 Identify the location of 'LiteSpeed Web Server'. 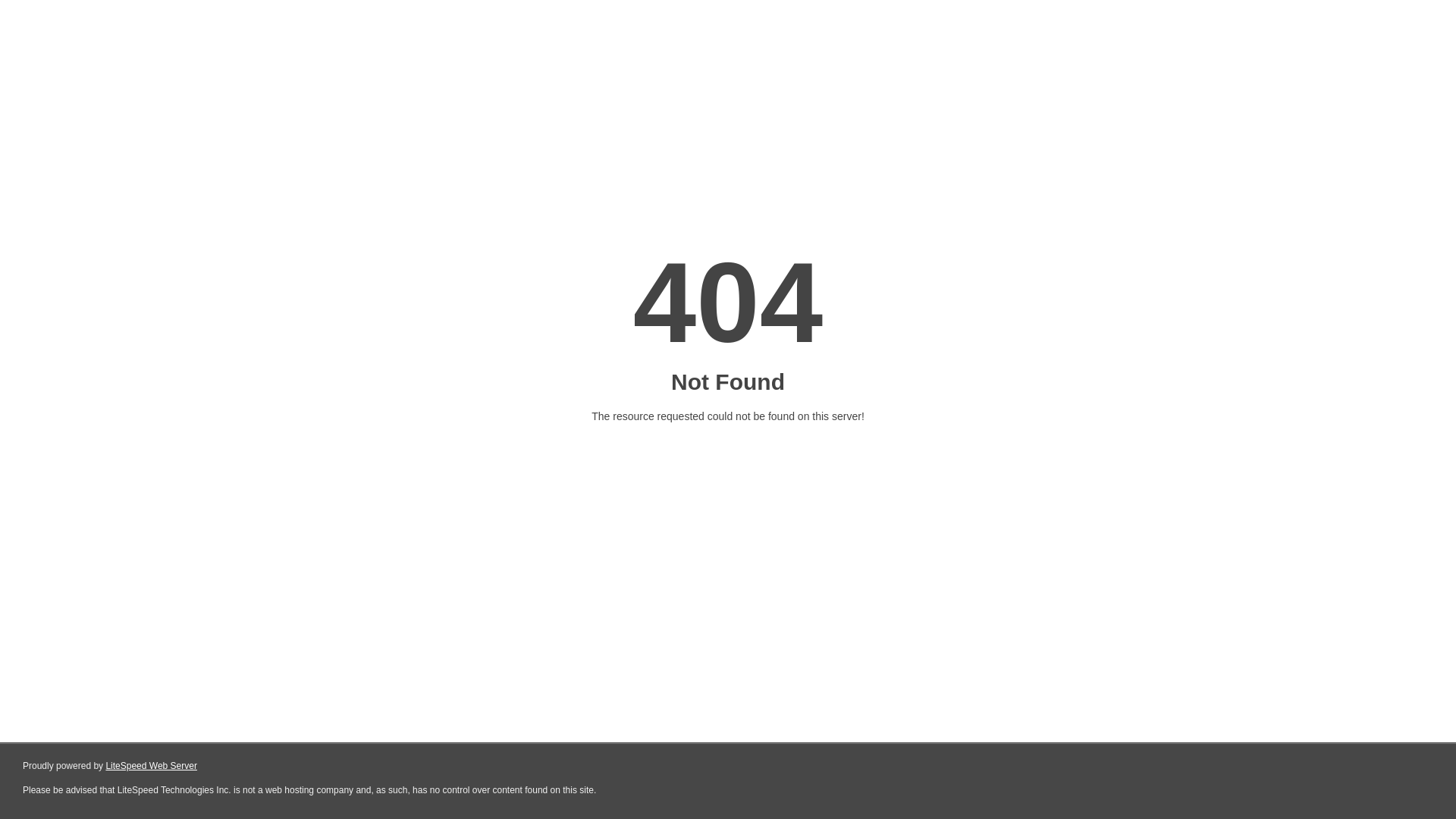
(151, 766).